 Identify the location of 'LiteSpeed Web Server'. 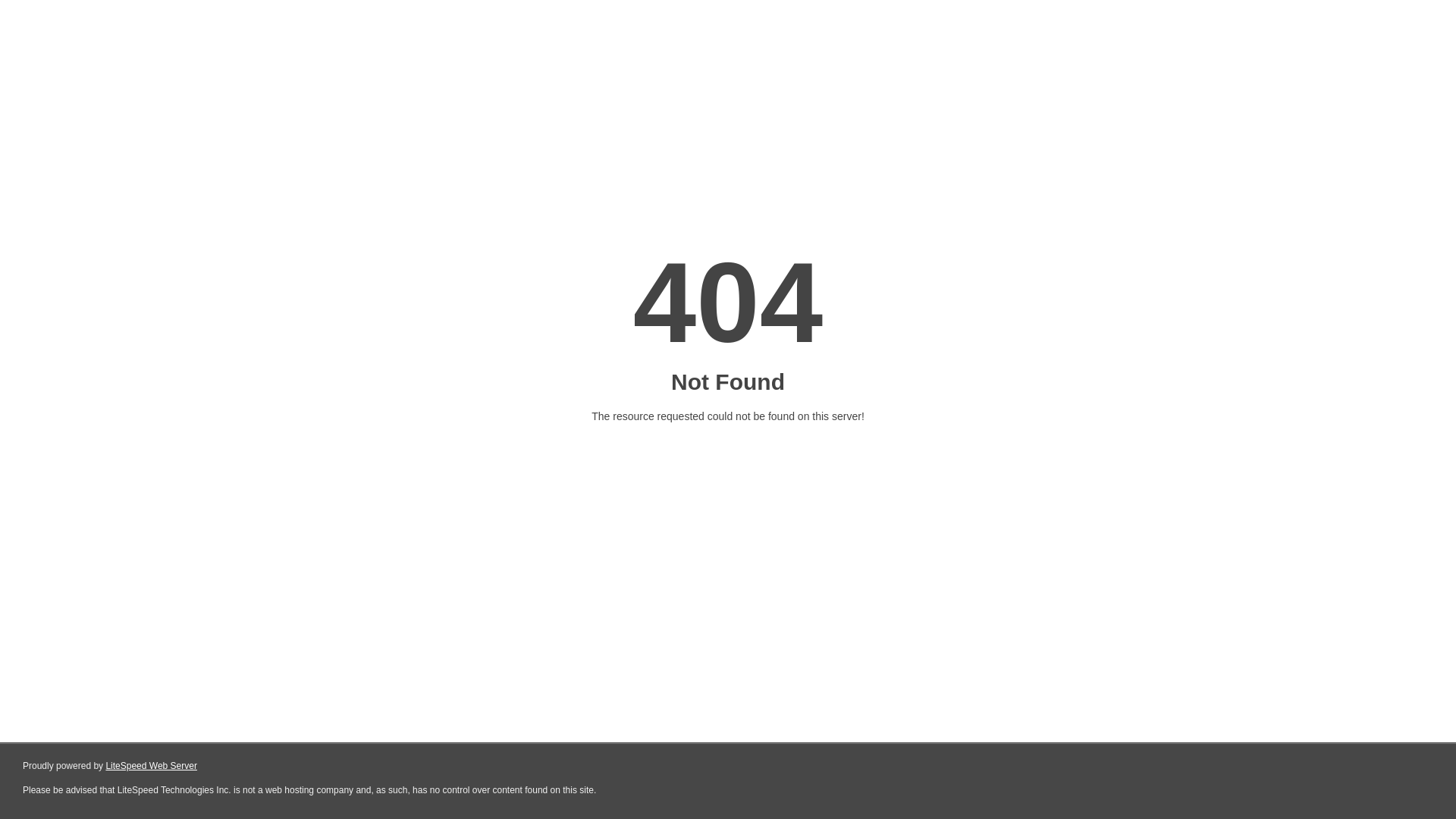
(151, 766).